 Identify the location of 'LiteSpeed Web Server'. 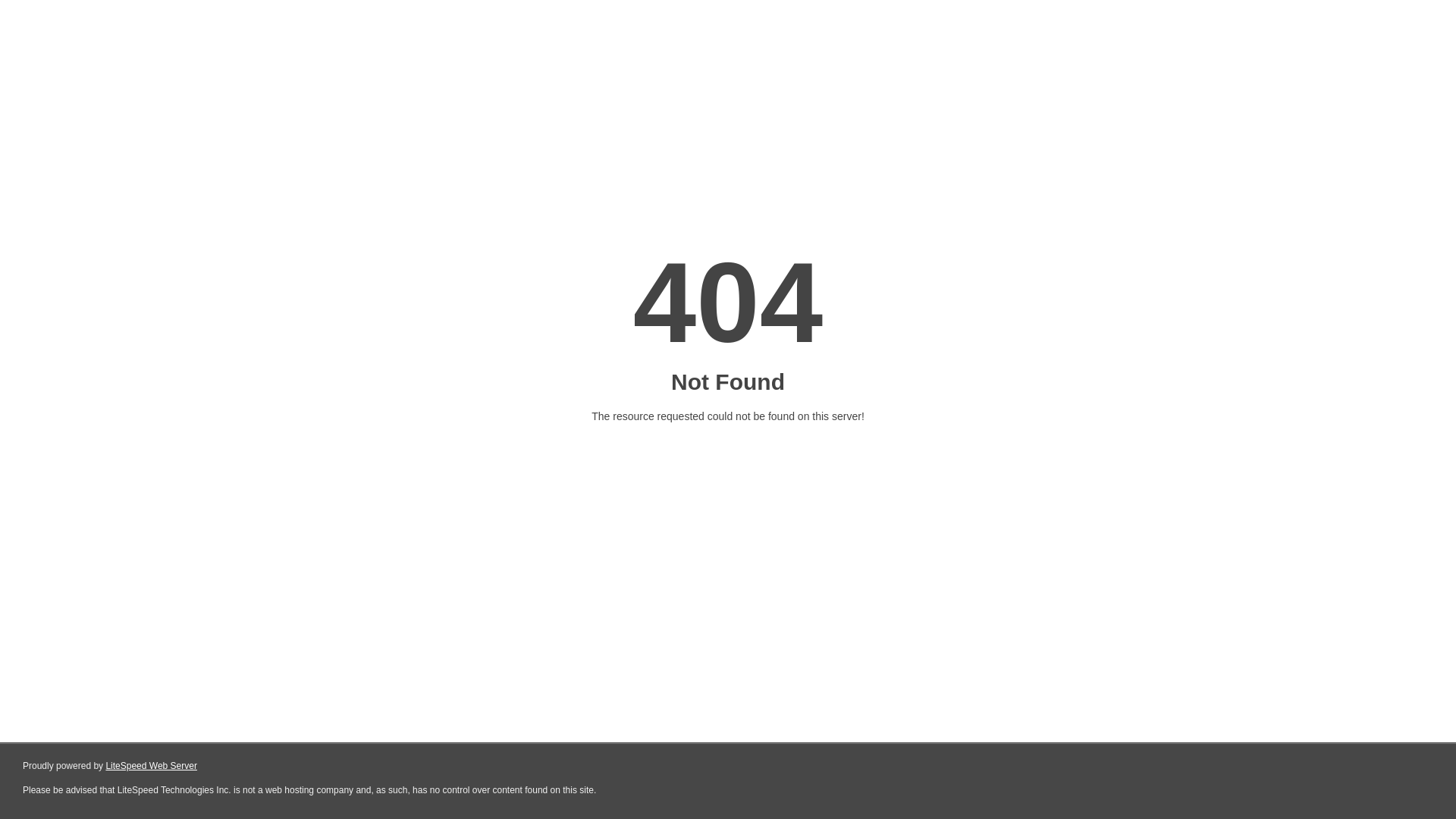
(151, 766).